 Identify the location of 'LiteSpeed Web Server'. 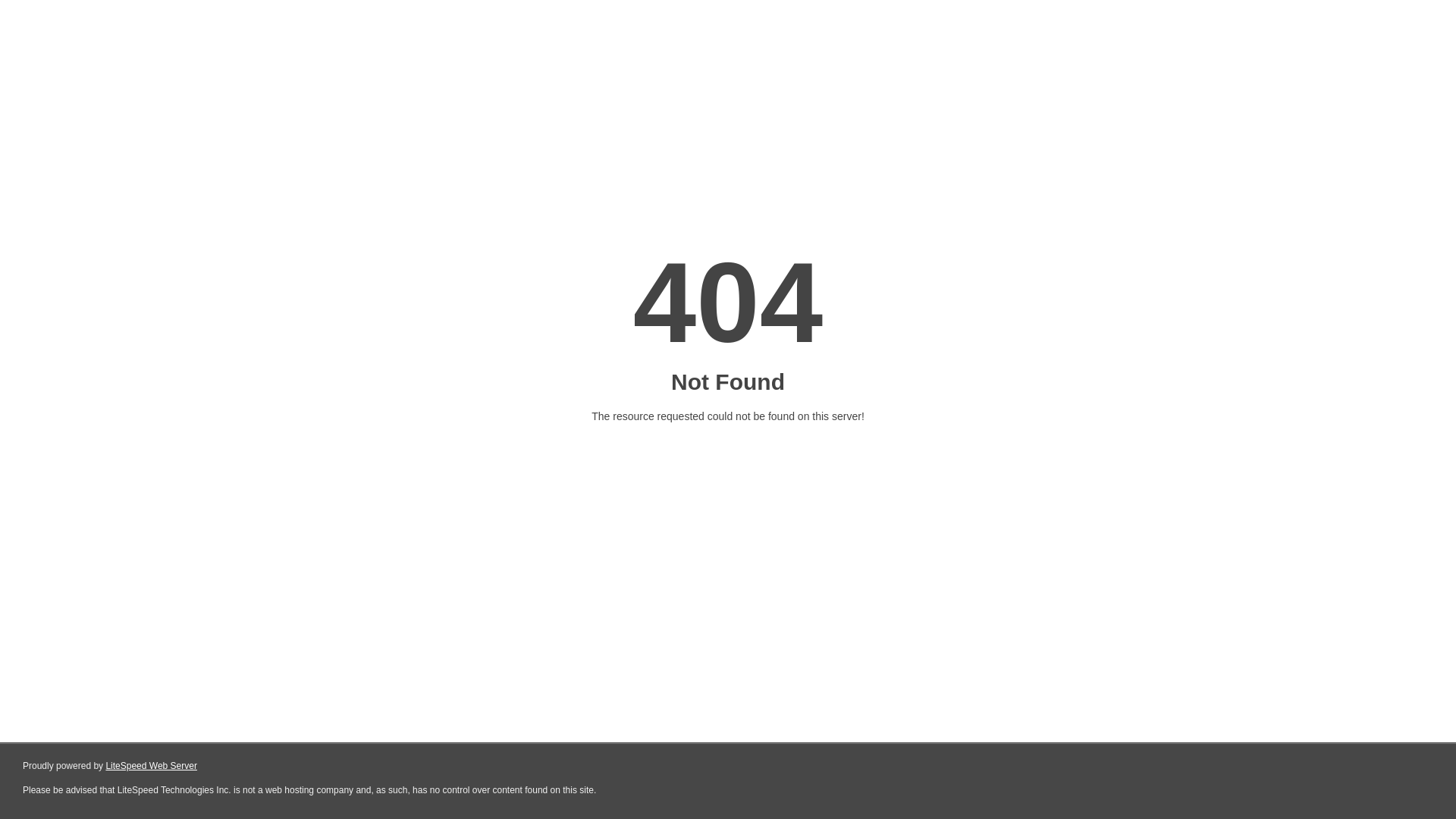
(151, 766).